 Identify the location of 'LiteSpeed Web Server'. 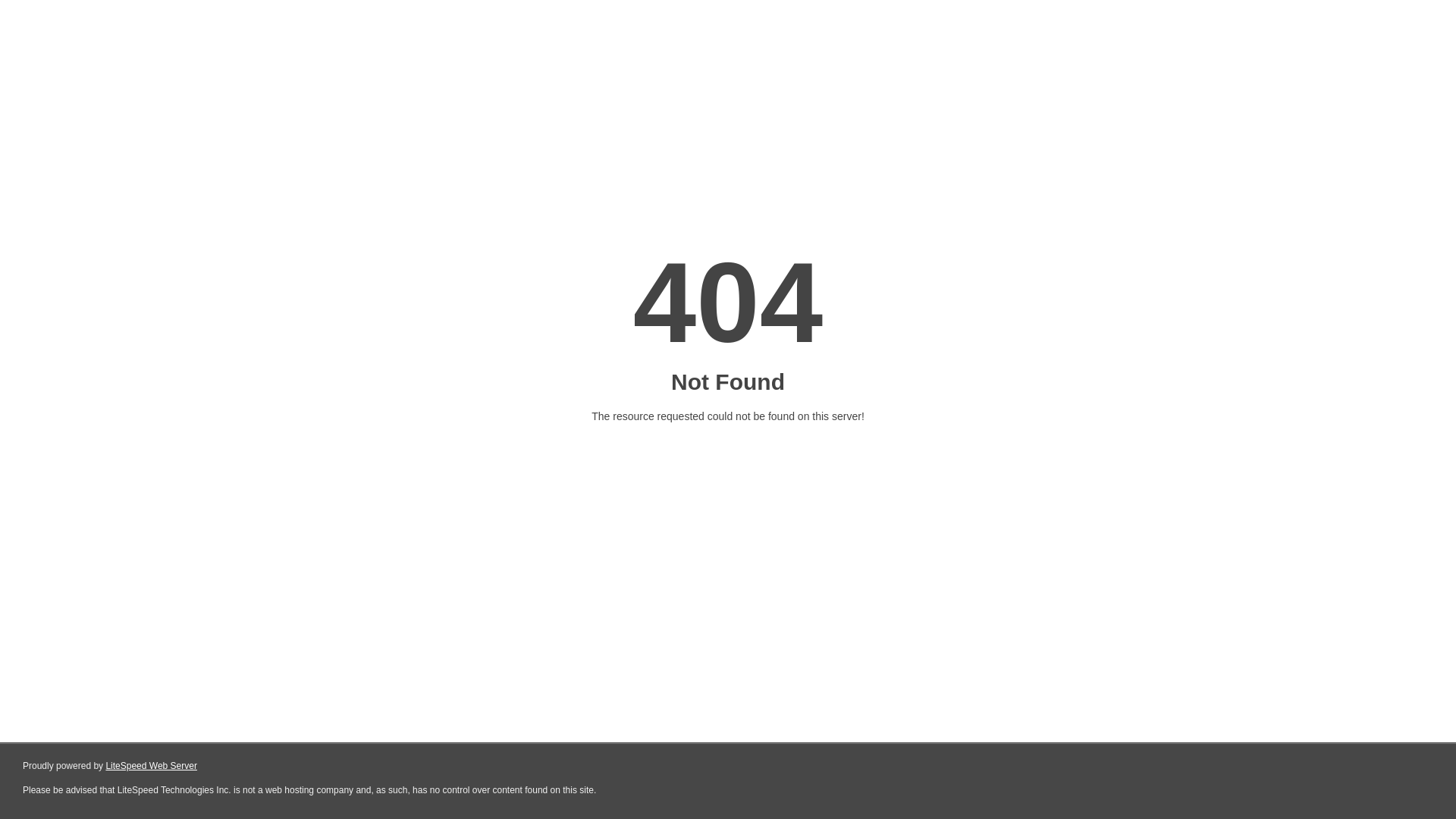
(151, 766).